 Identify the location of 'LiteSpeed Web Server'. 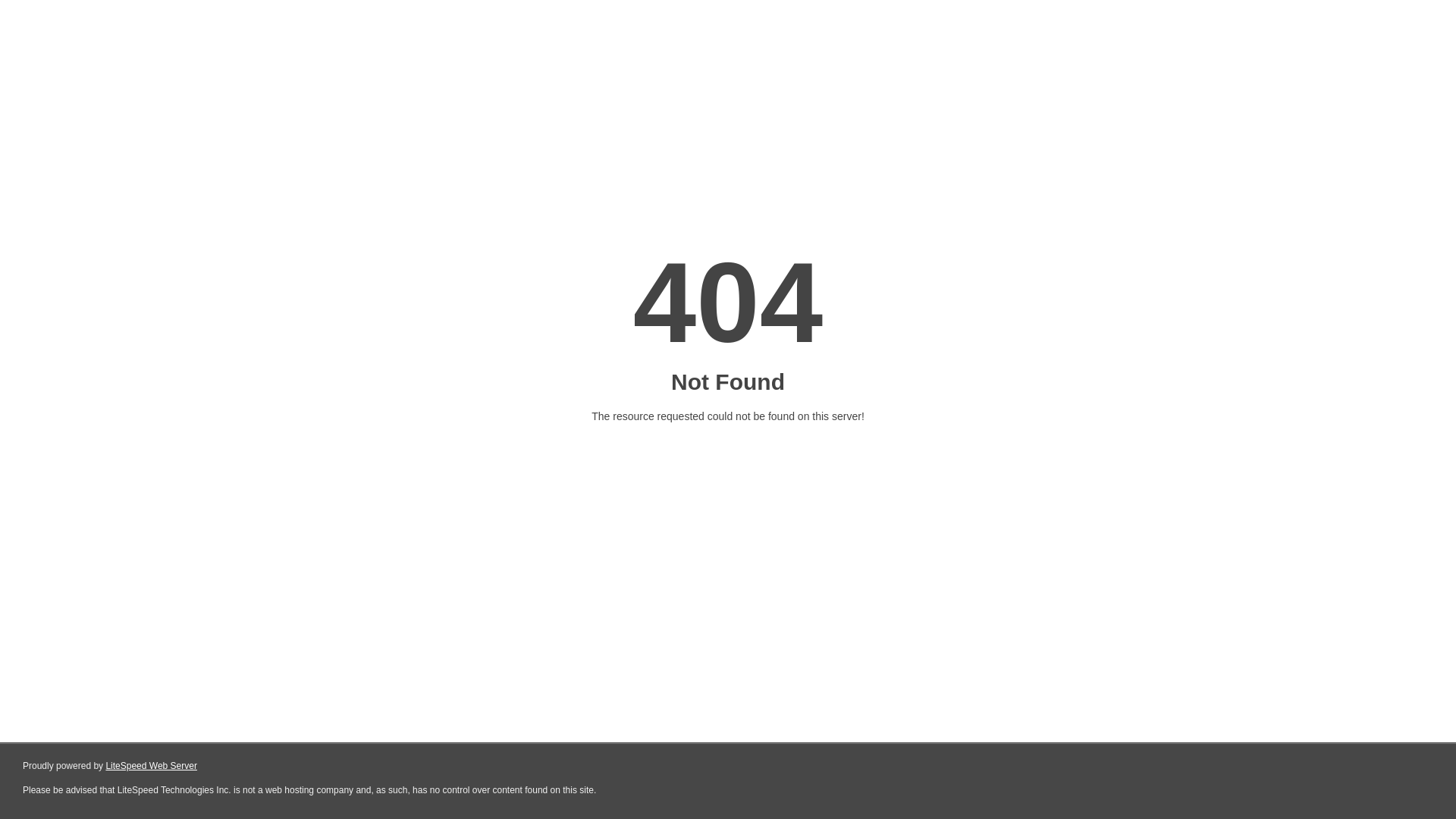
(151, 766).